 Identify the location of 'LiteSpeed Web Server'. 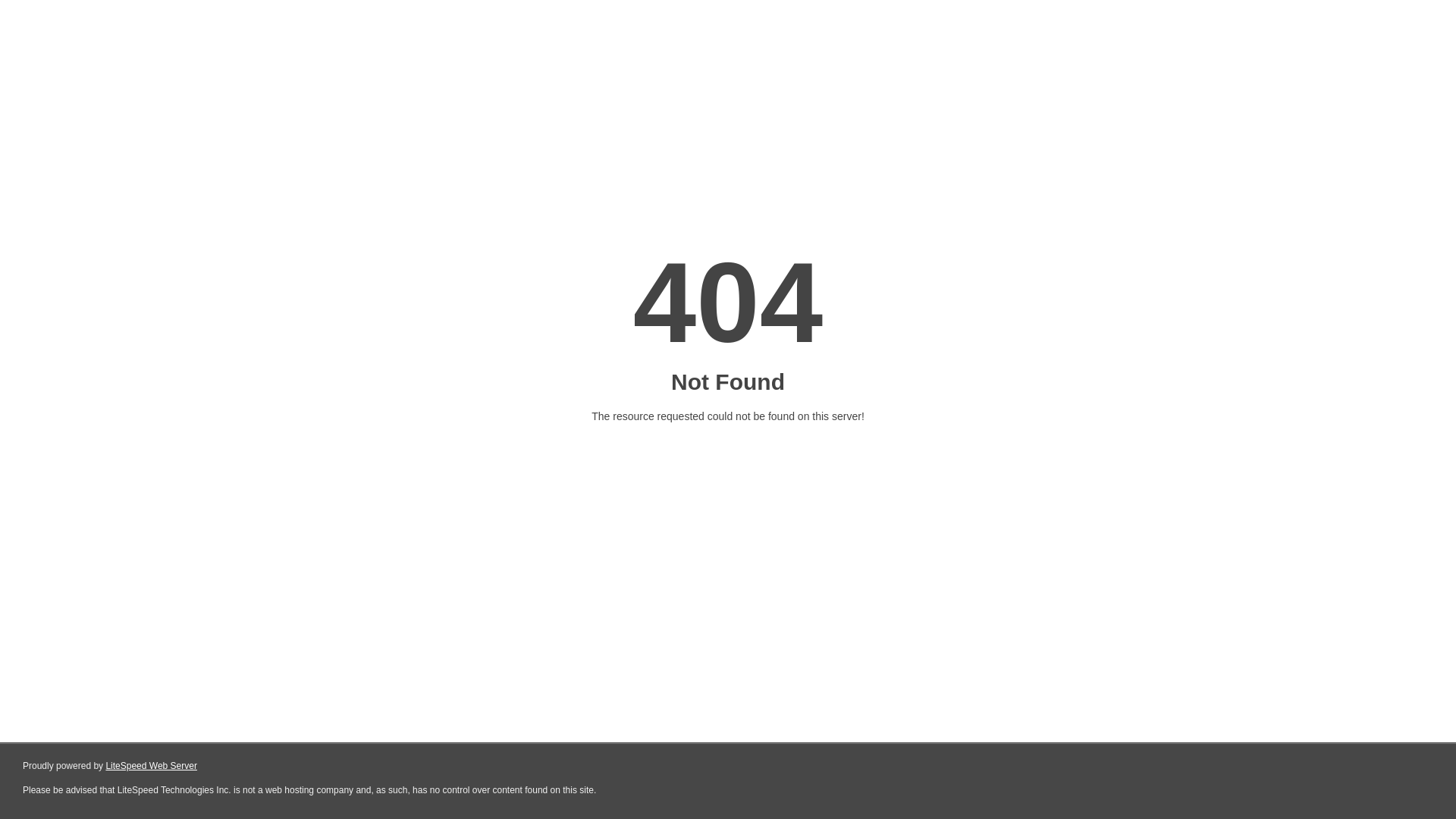
(151, 766).